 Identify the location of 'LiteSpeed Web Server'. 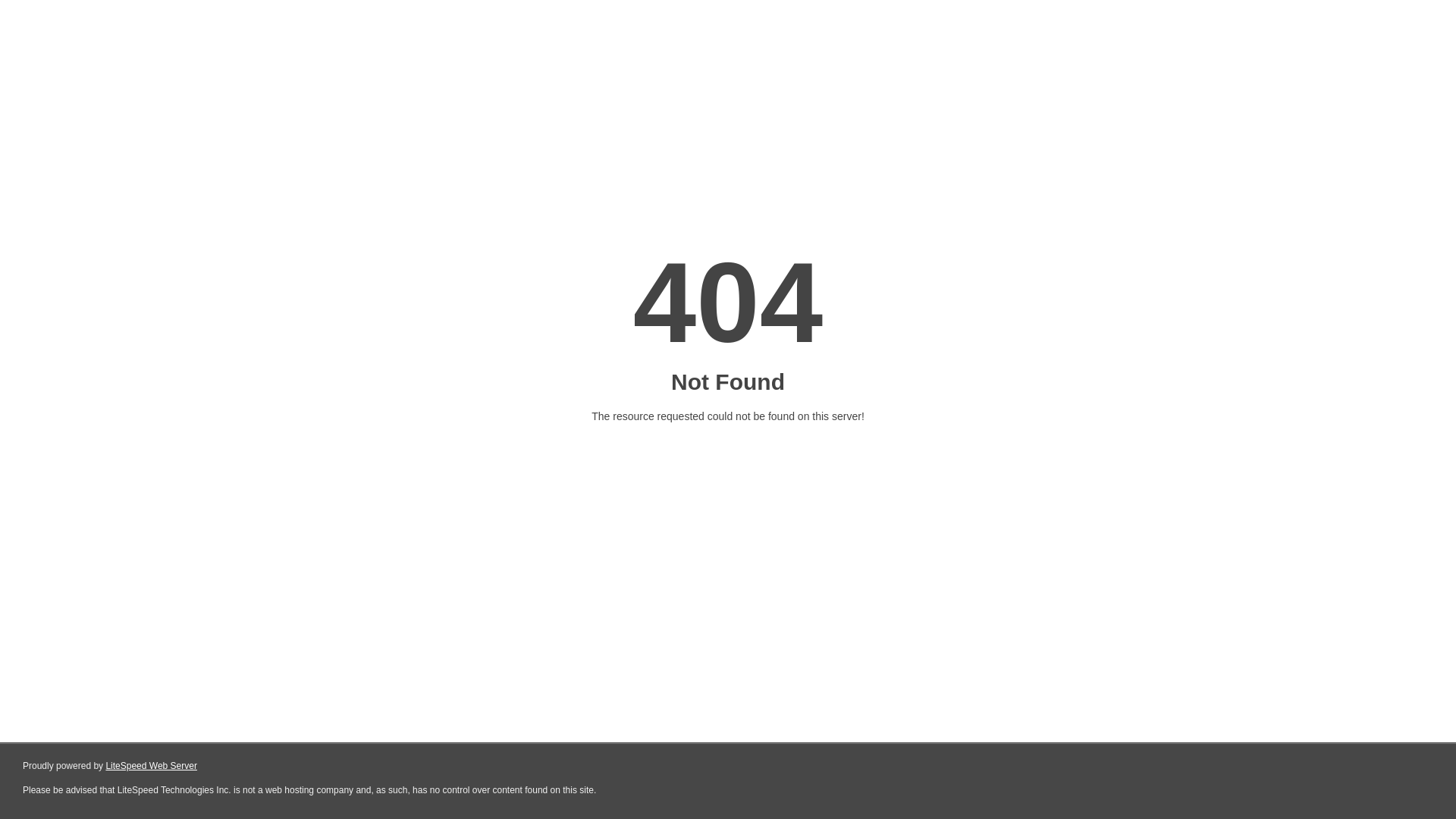
(151, 766).